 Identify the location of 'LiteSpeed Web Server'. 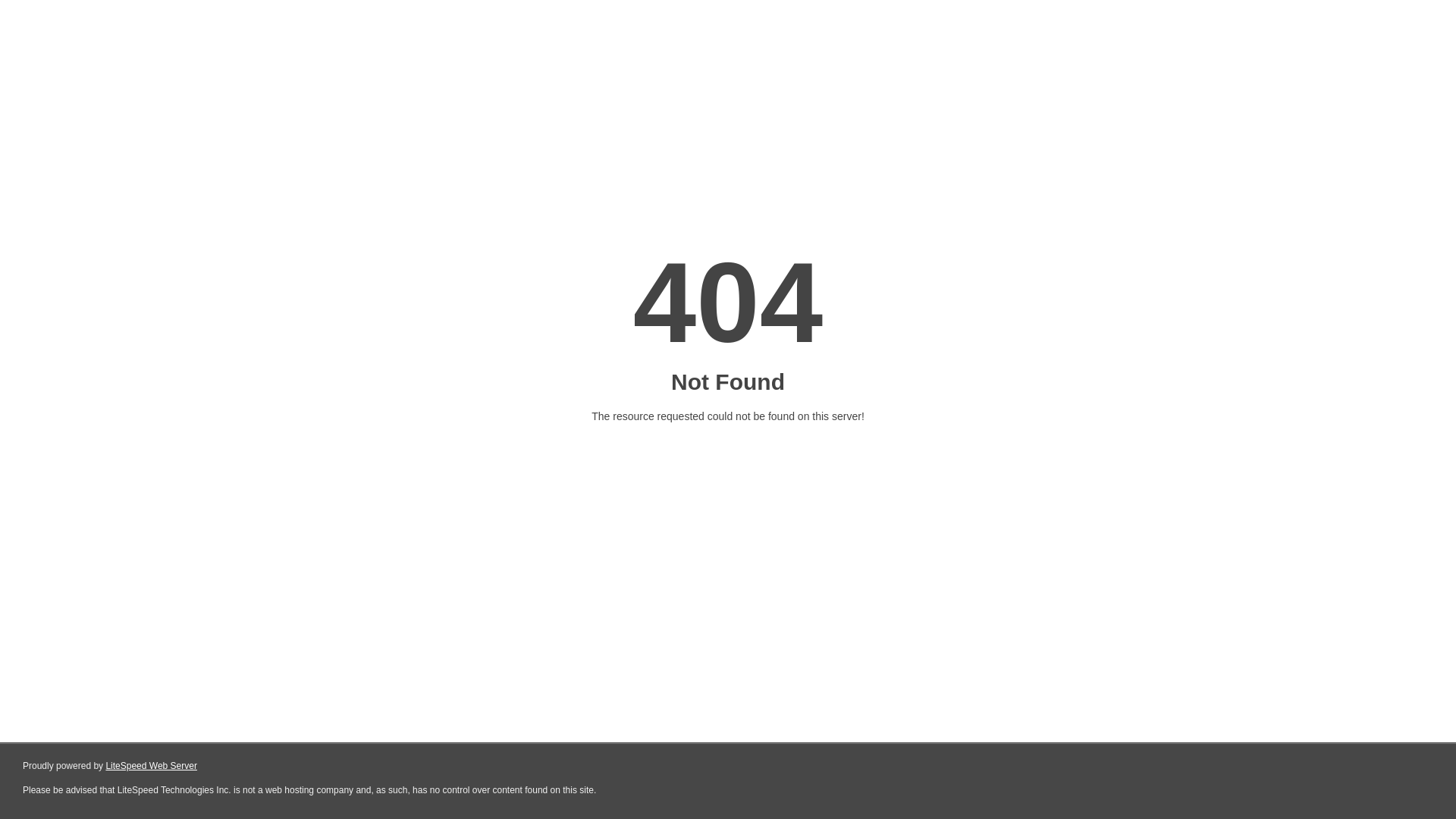
(151, 766).